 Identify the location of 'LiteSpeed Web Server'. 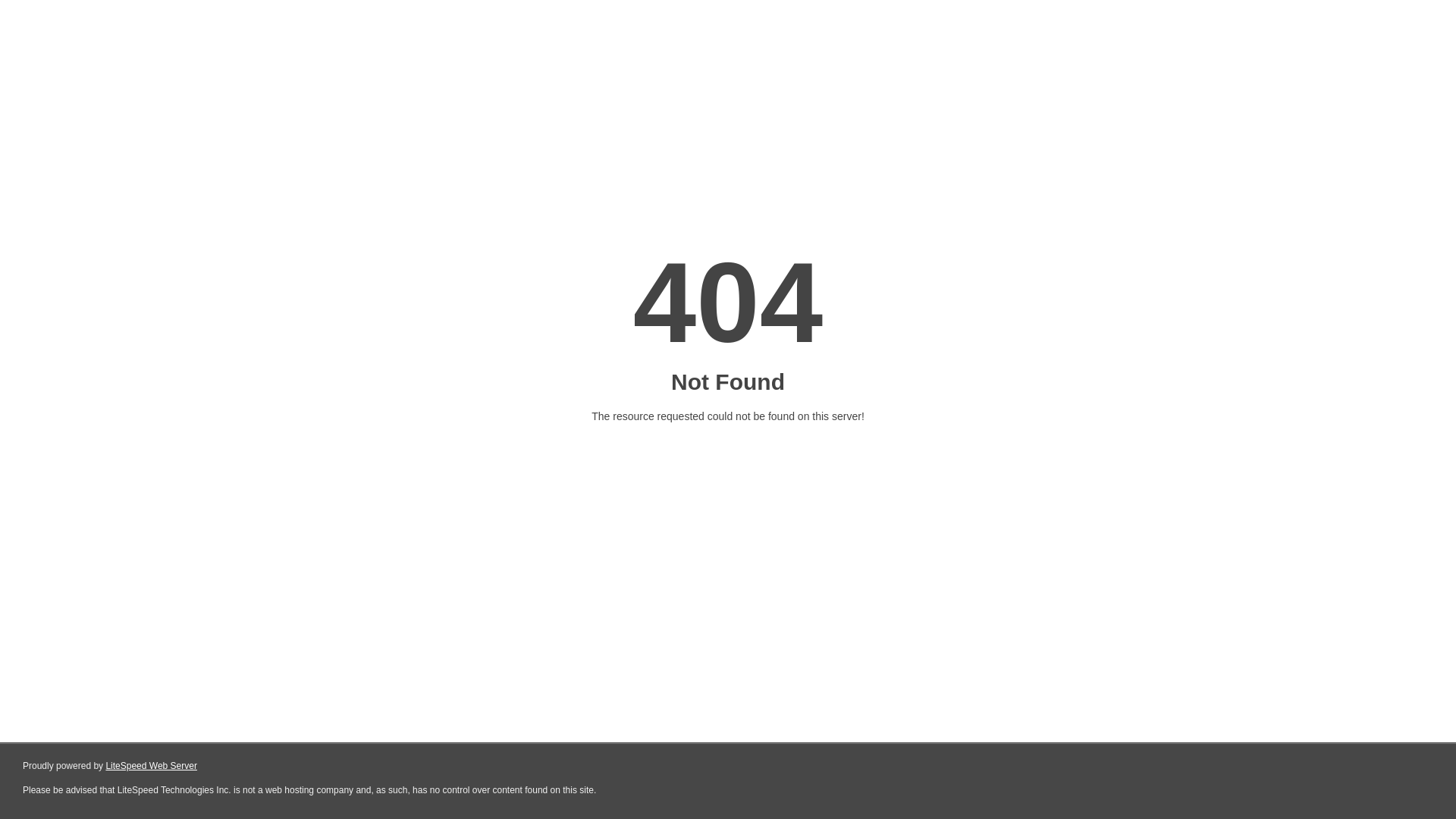
(151, 766).